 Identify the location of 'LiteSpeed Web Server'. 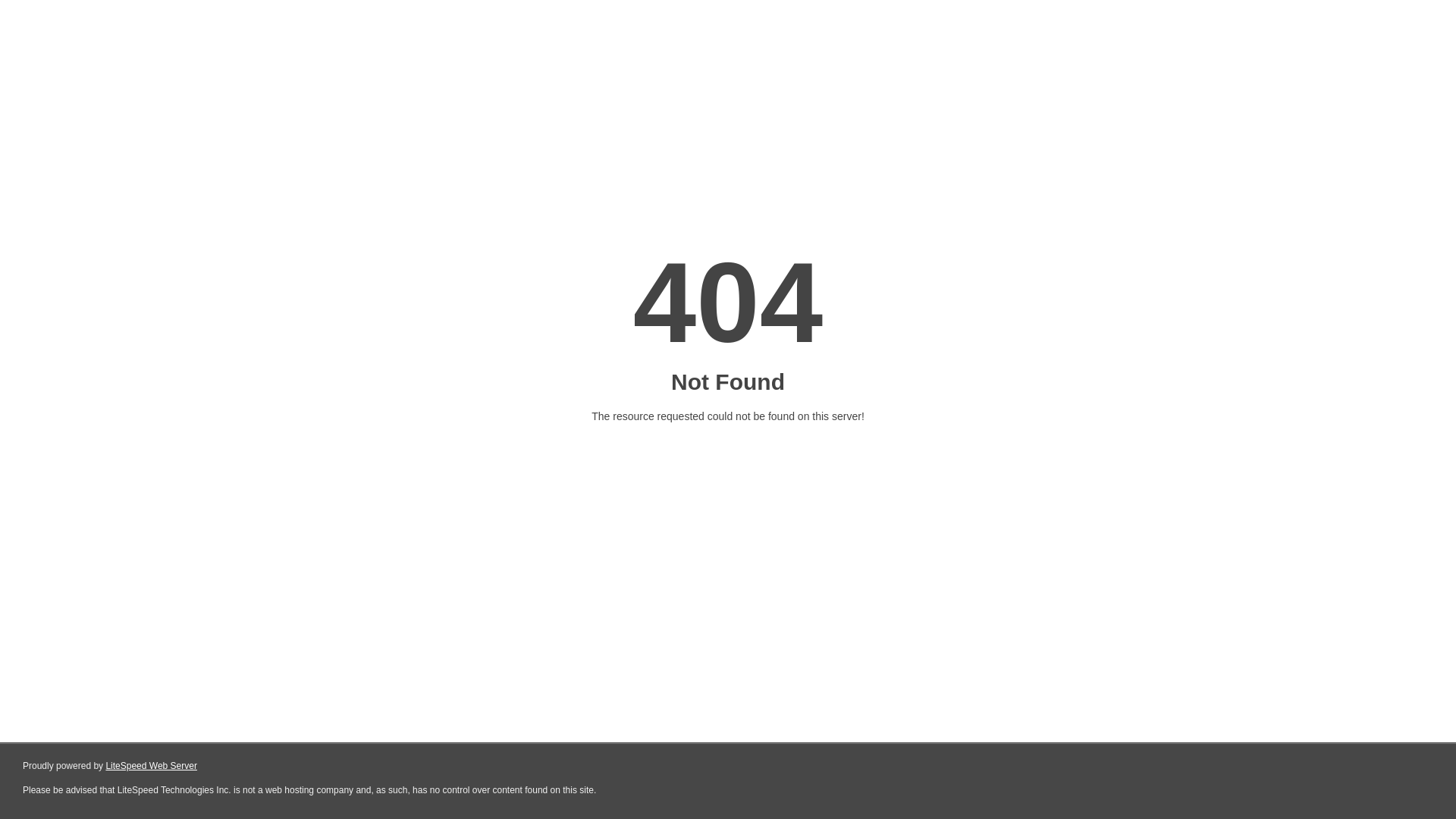
(151, 766).